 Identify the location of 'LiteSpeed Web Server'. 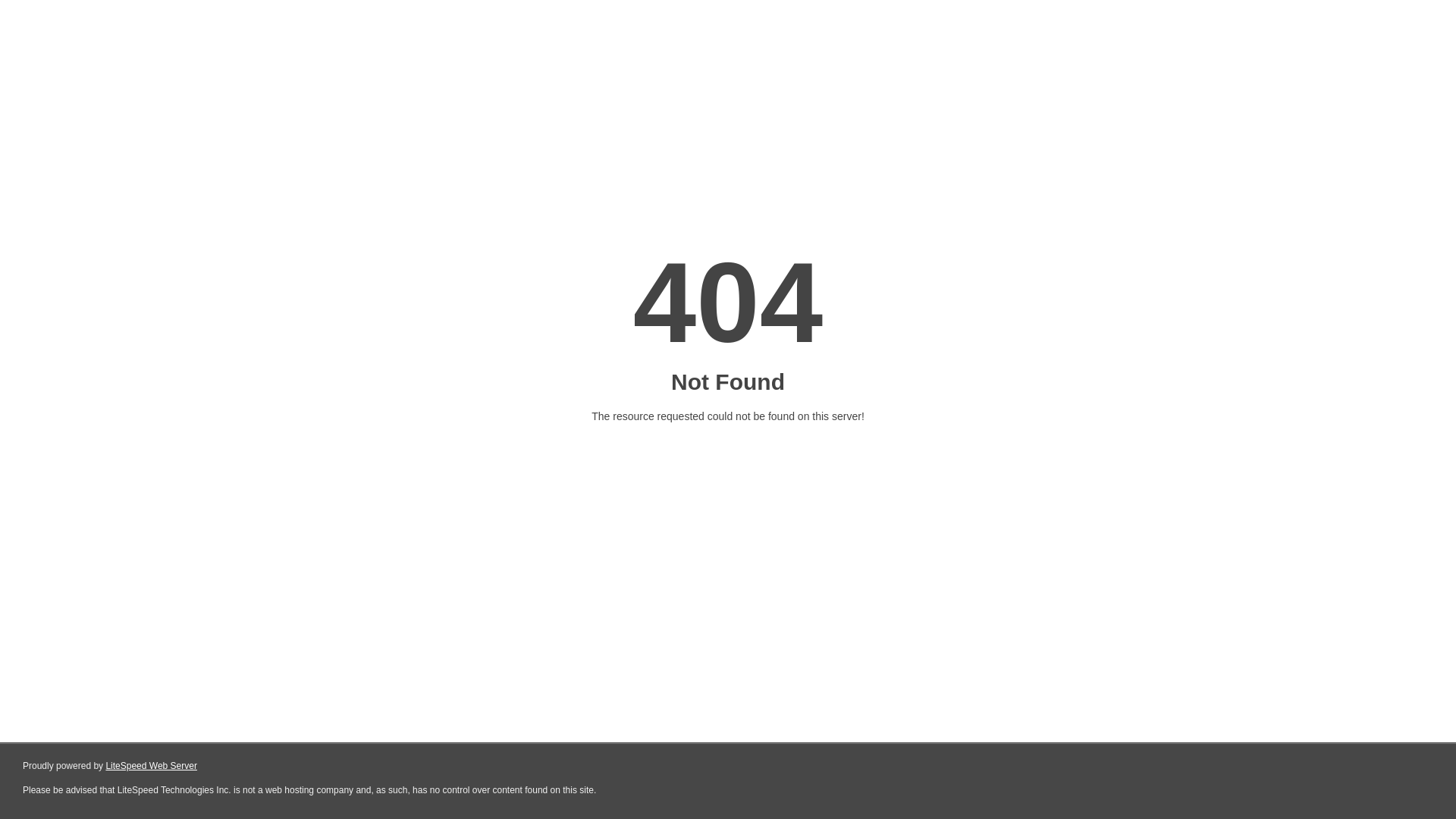
(151, 766).